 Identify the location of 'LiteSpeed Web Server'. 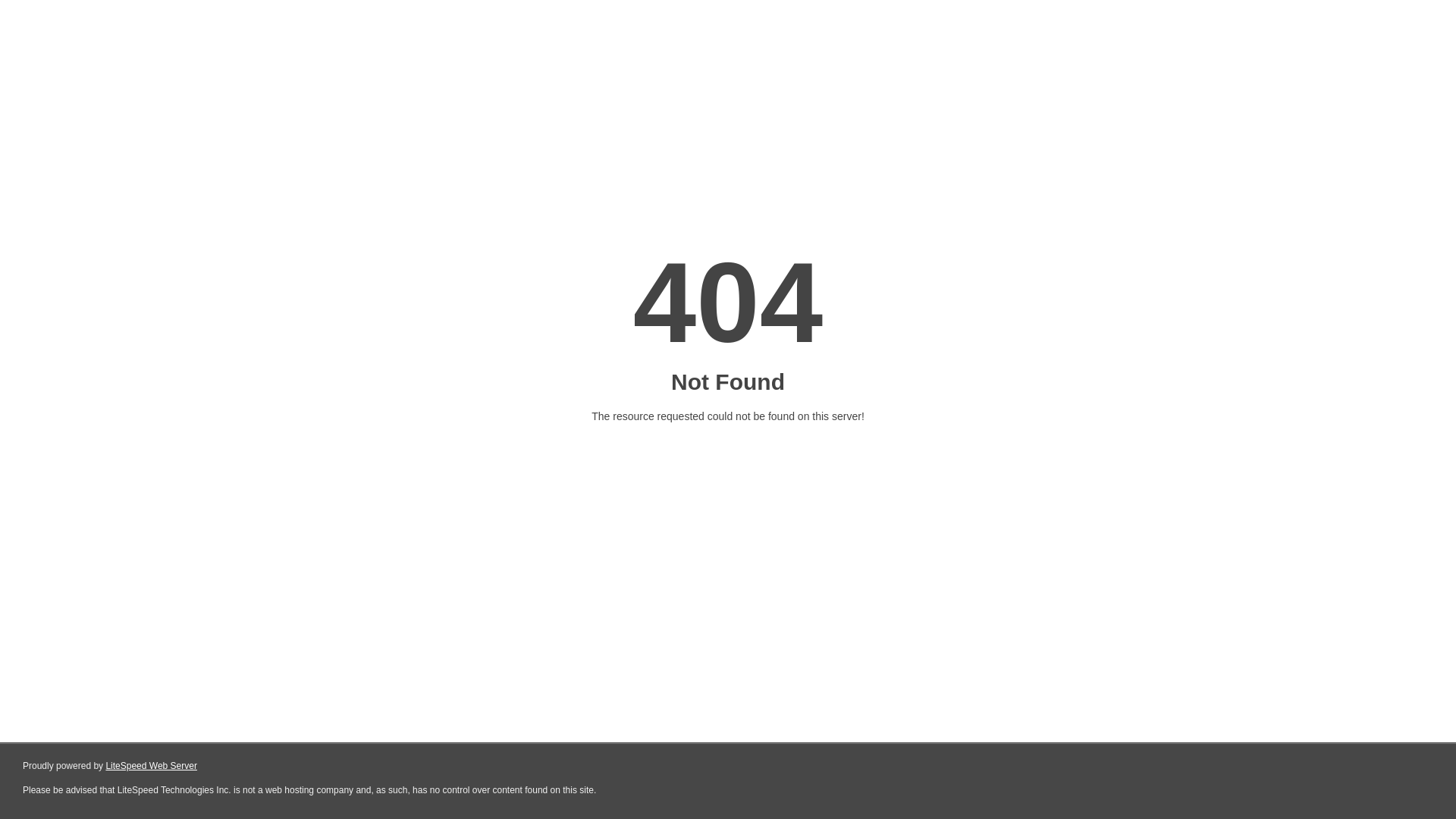
(151, 766).